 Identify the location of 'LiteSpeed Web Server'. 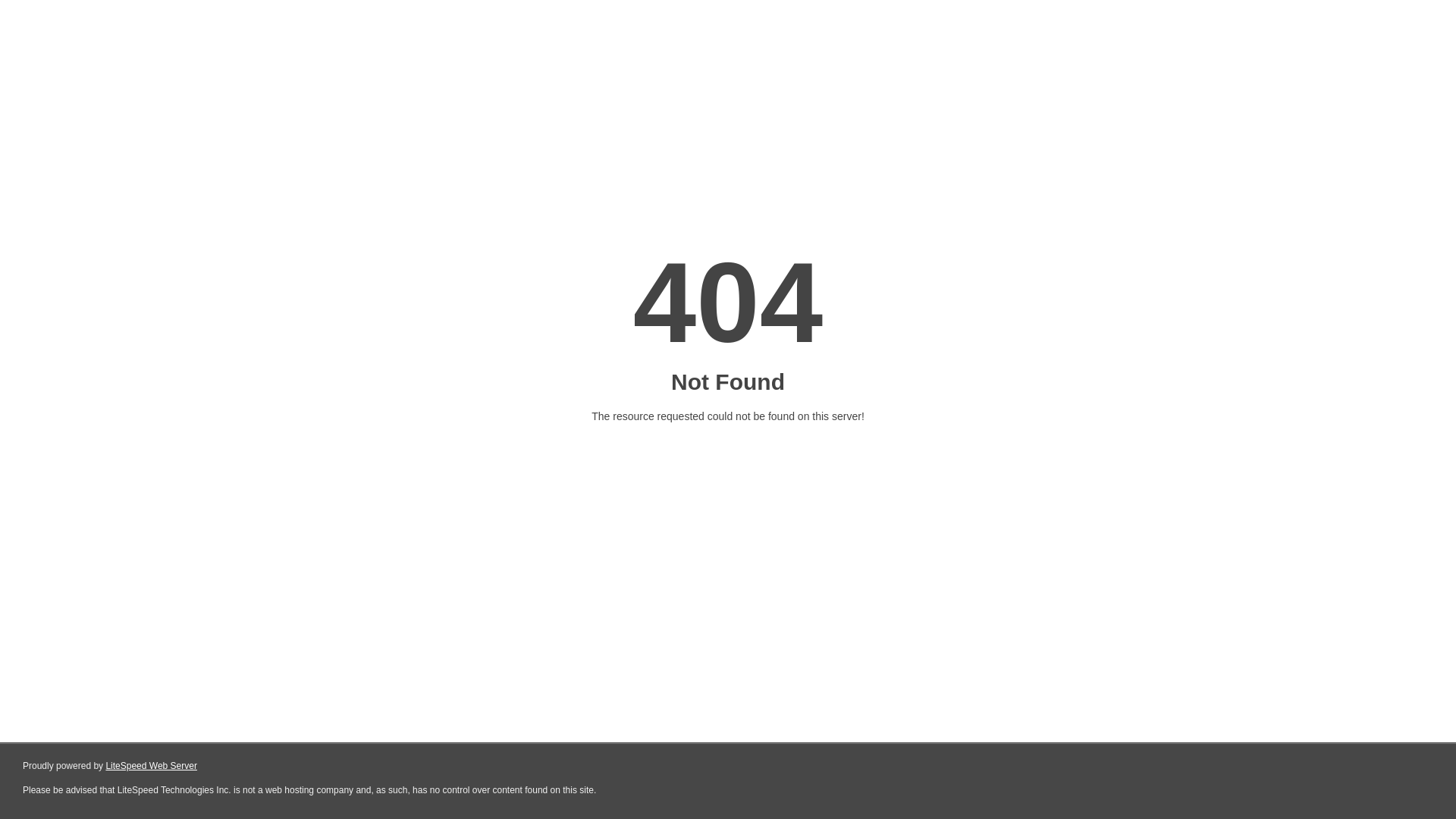
(151, 766).